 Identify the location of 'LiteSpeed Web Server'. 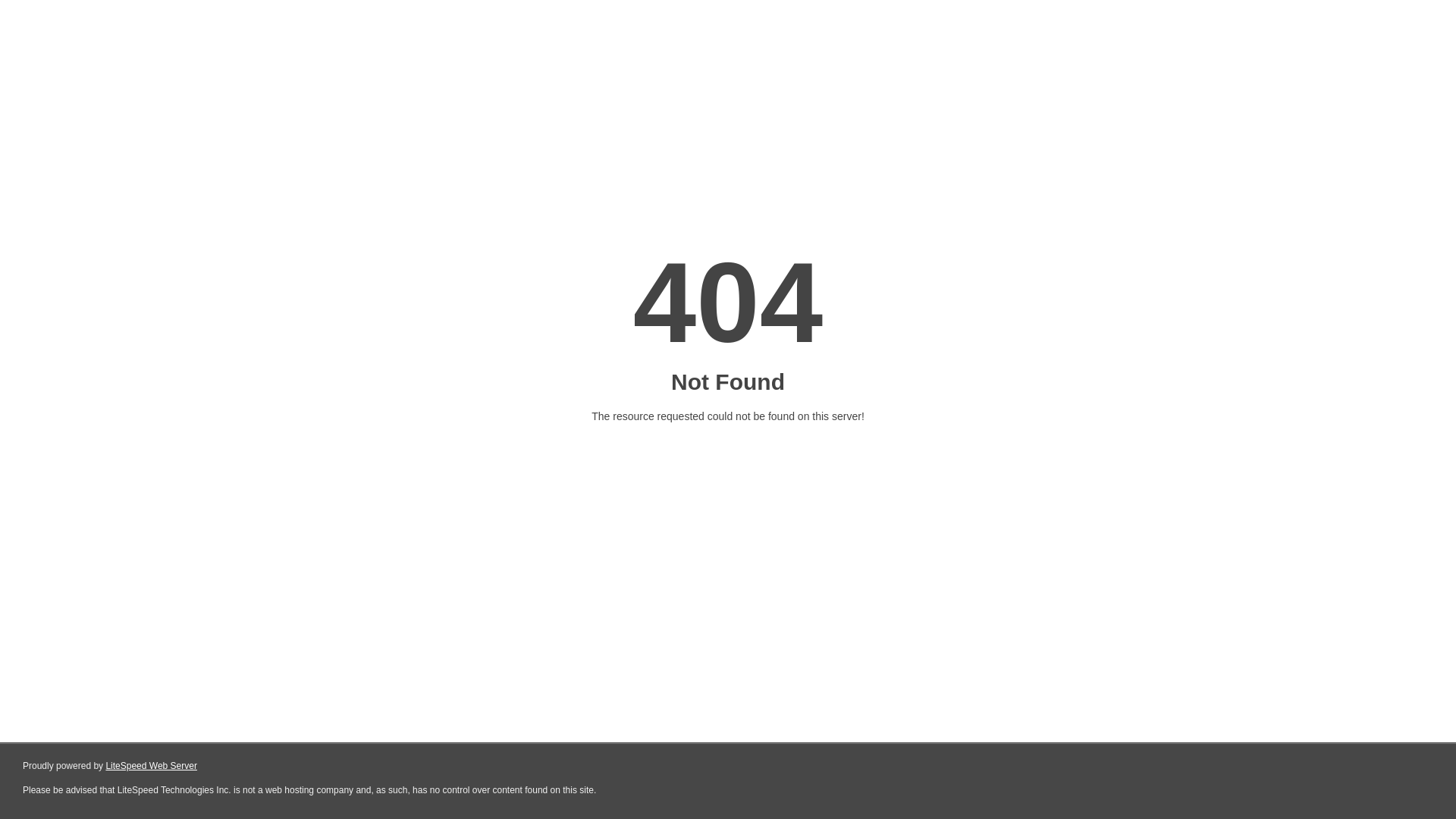
(151, 766).